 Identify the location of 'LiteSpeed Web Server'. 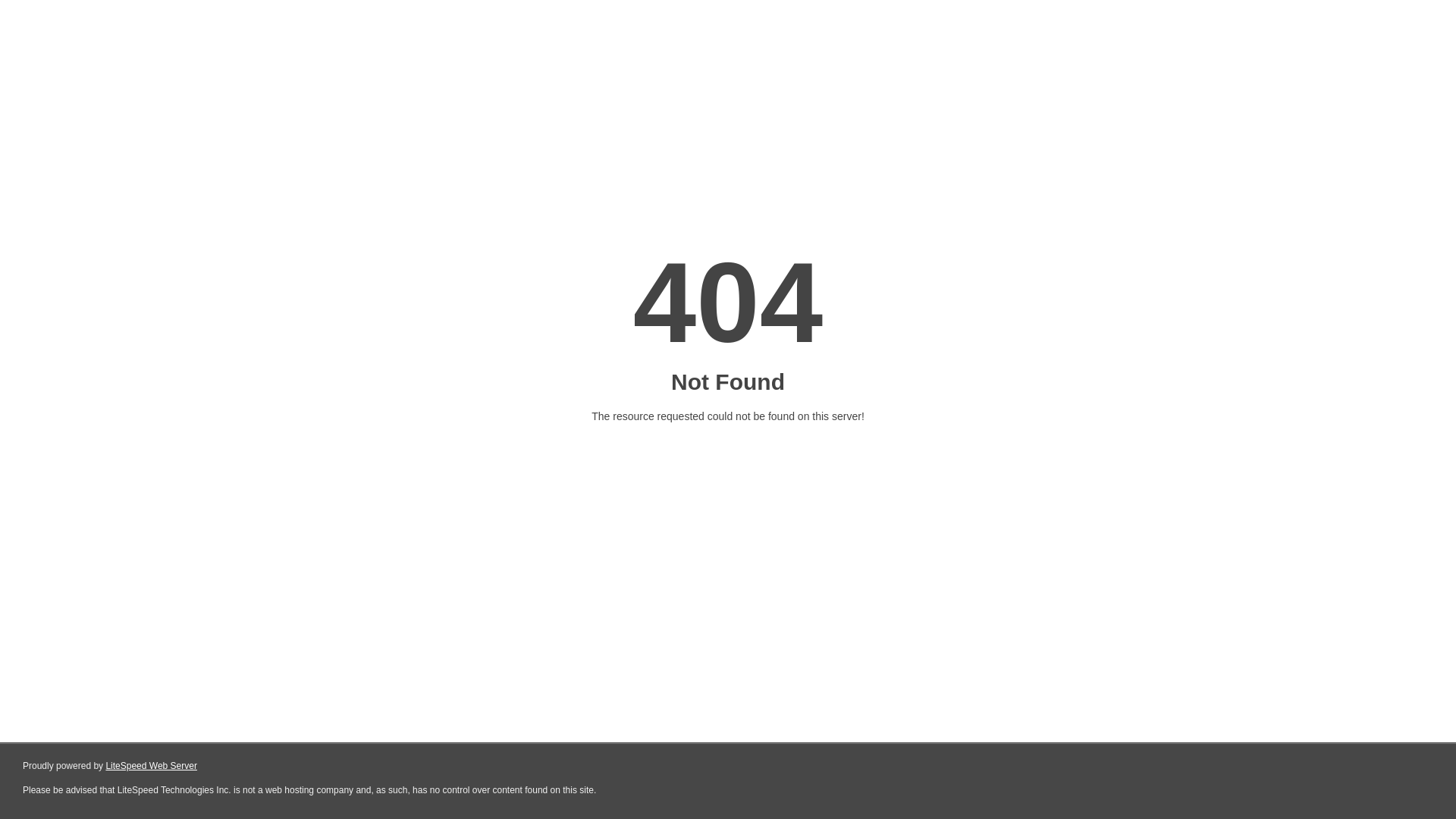
(151, 766).